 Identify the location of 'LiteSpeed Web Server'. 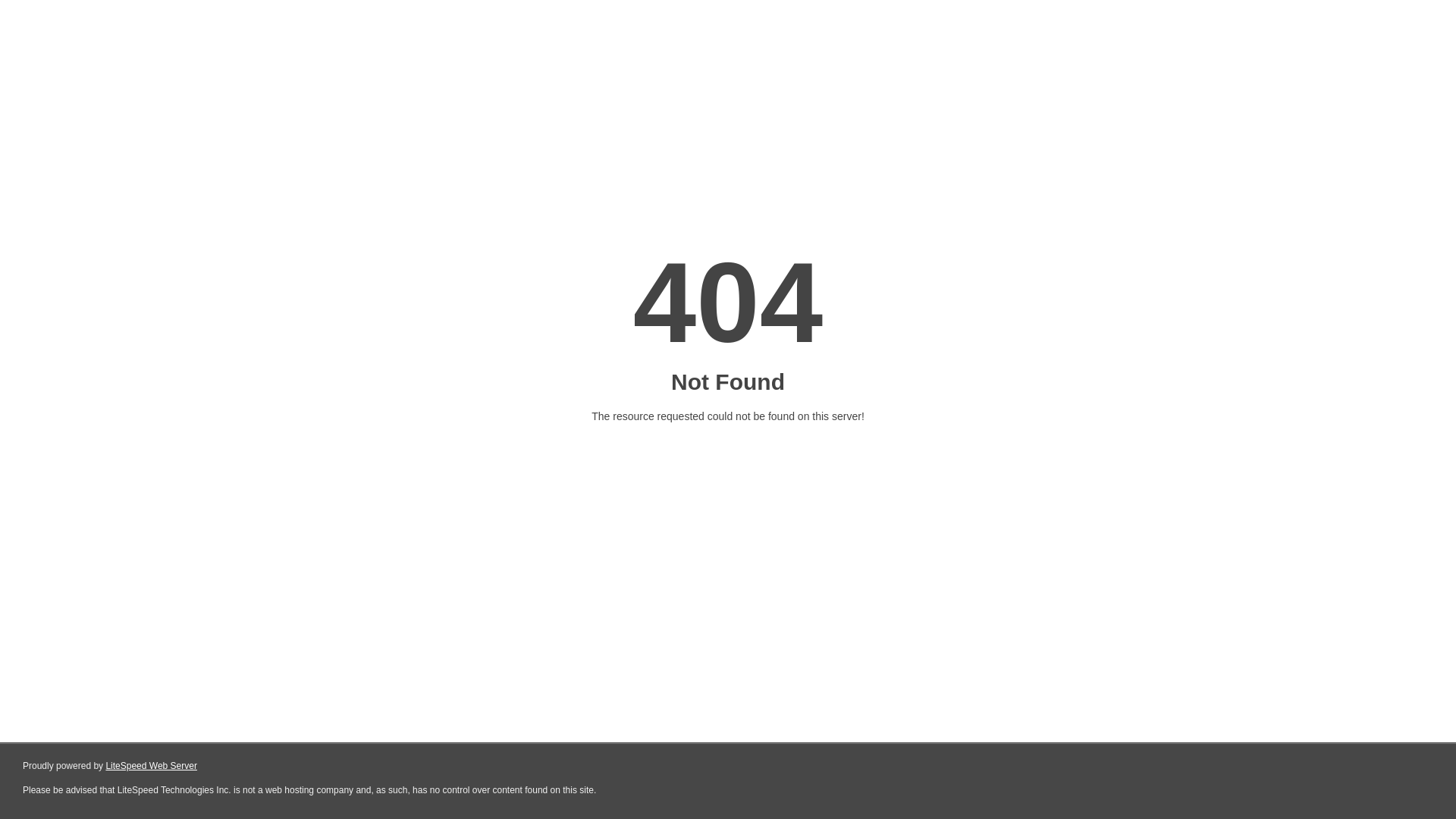
(151, 766).